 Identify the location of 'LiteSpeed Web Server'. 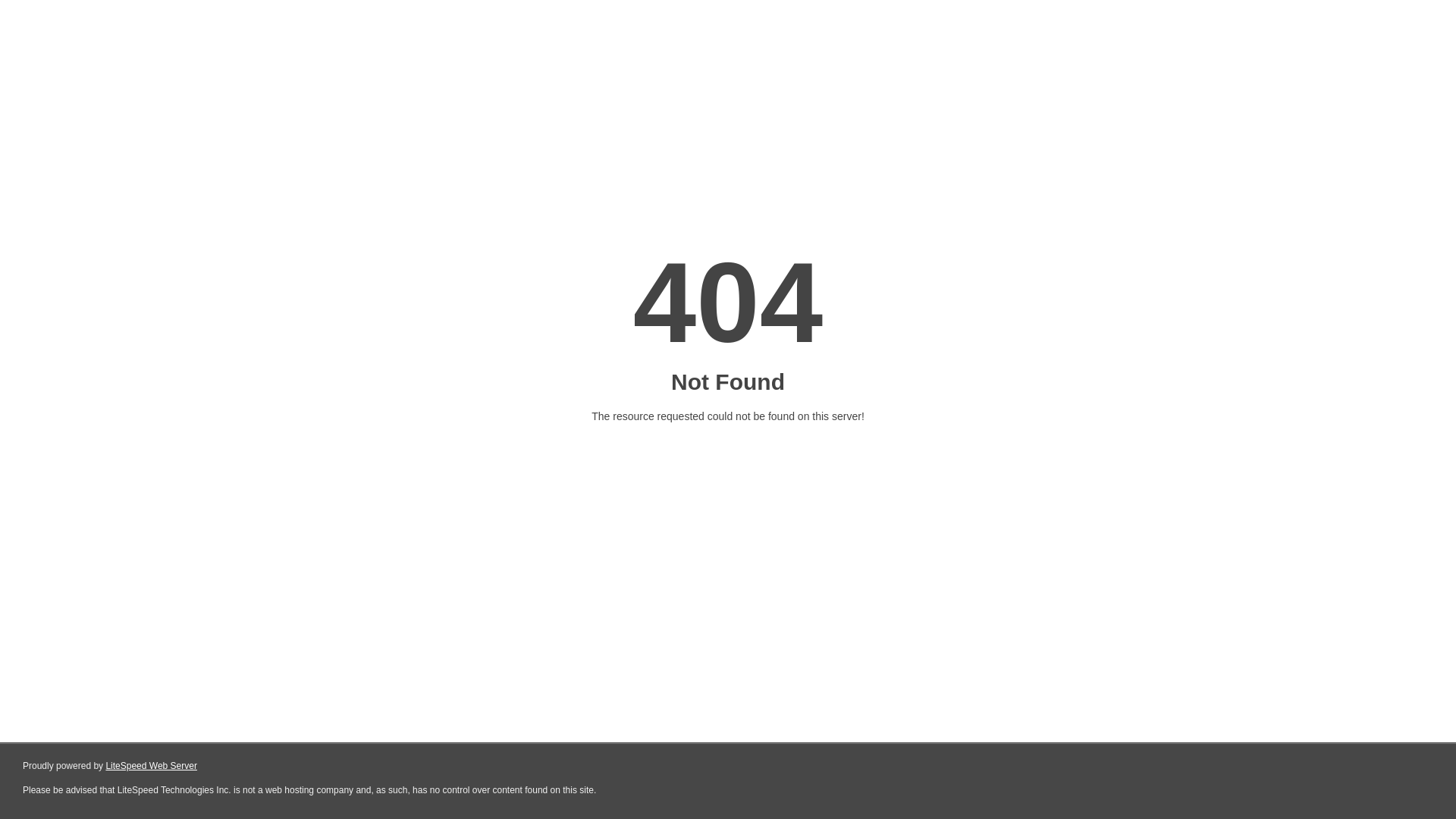
(151, 766).